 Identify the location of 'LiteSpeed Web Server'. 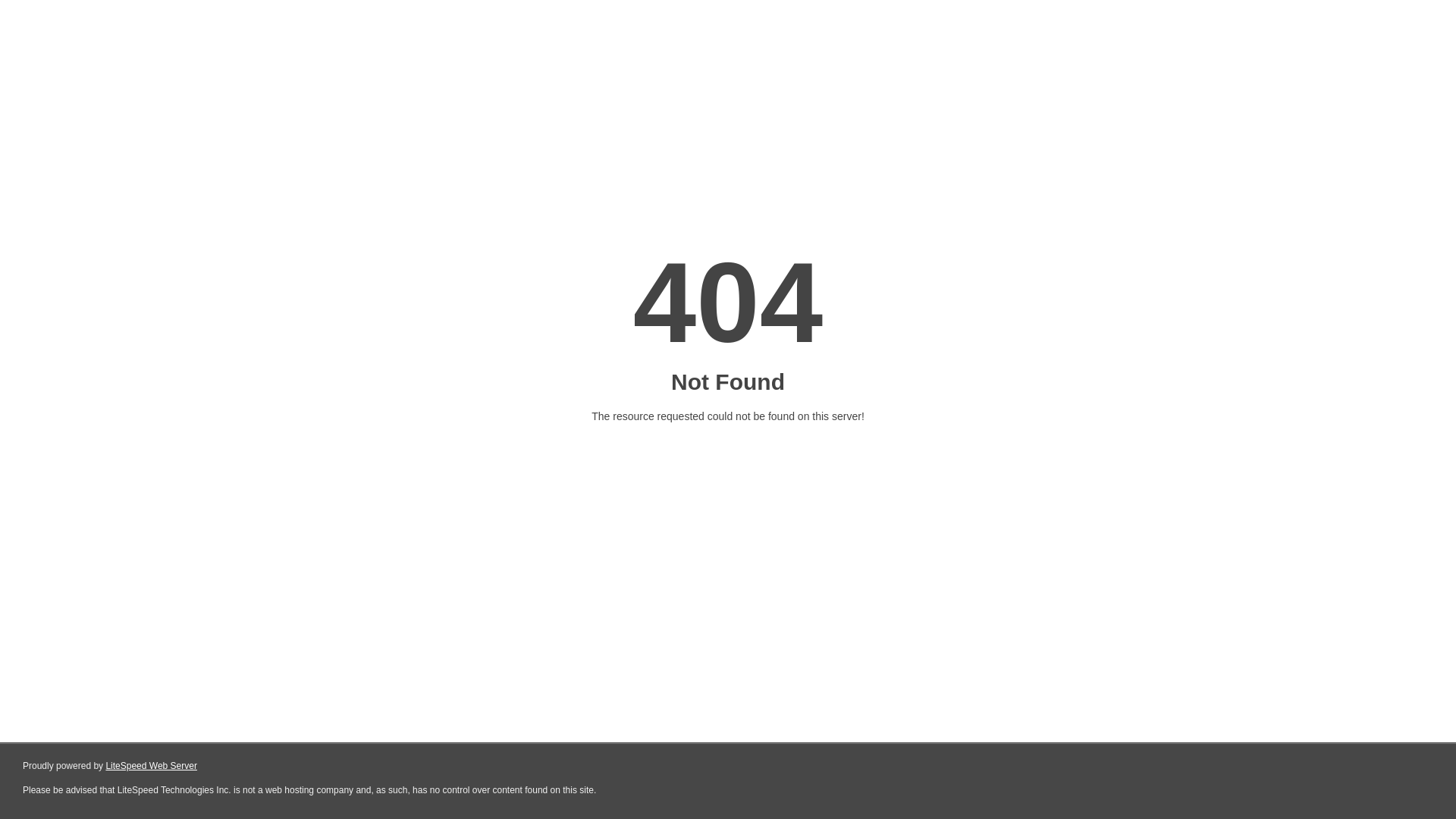
(151, 766).